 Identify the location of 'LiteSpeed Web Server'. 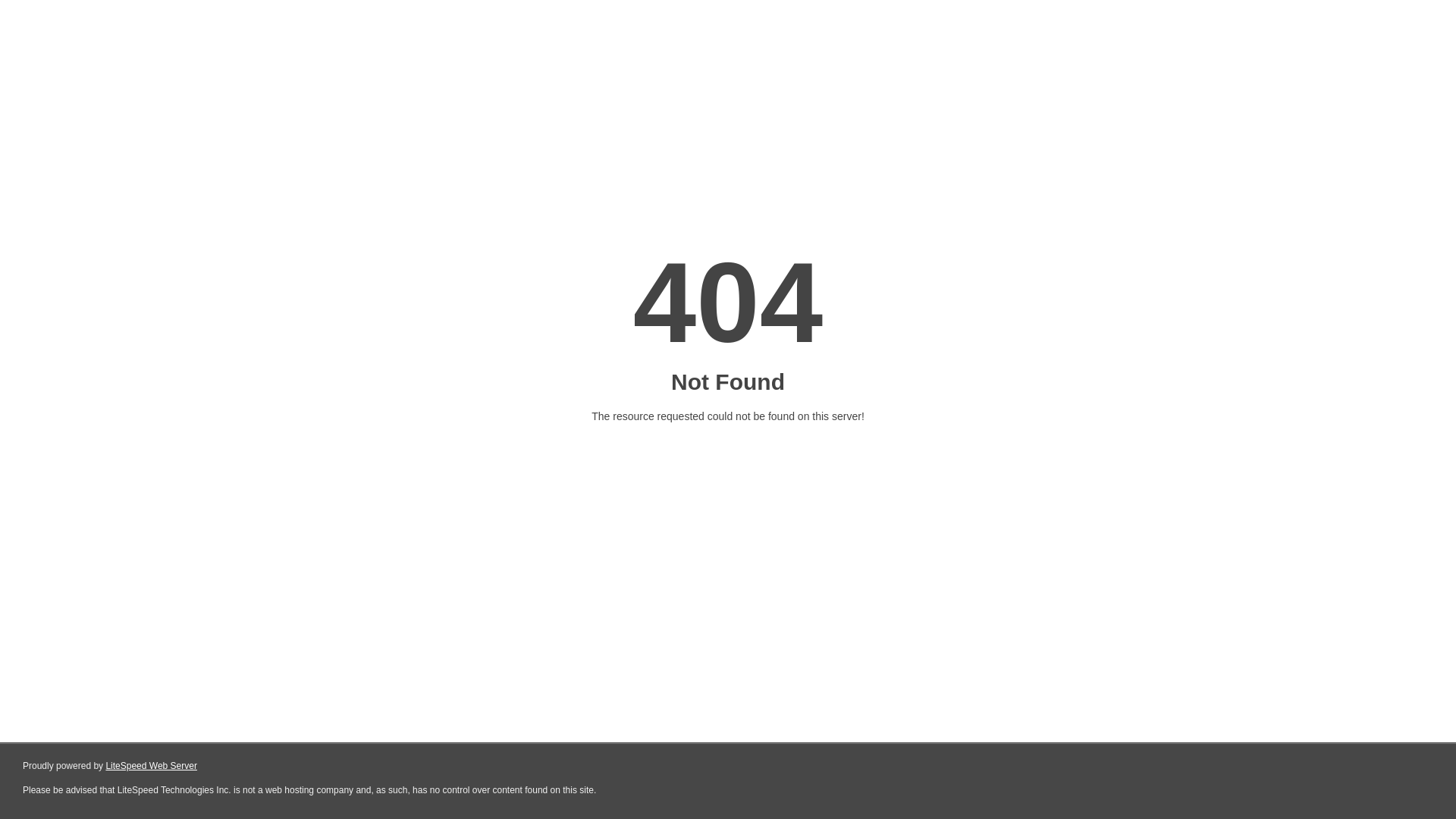
(151, 766).